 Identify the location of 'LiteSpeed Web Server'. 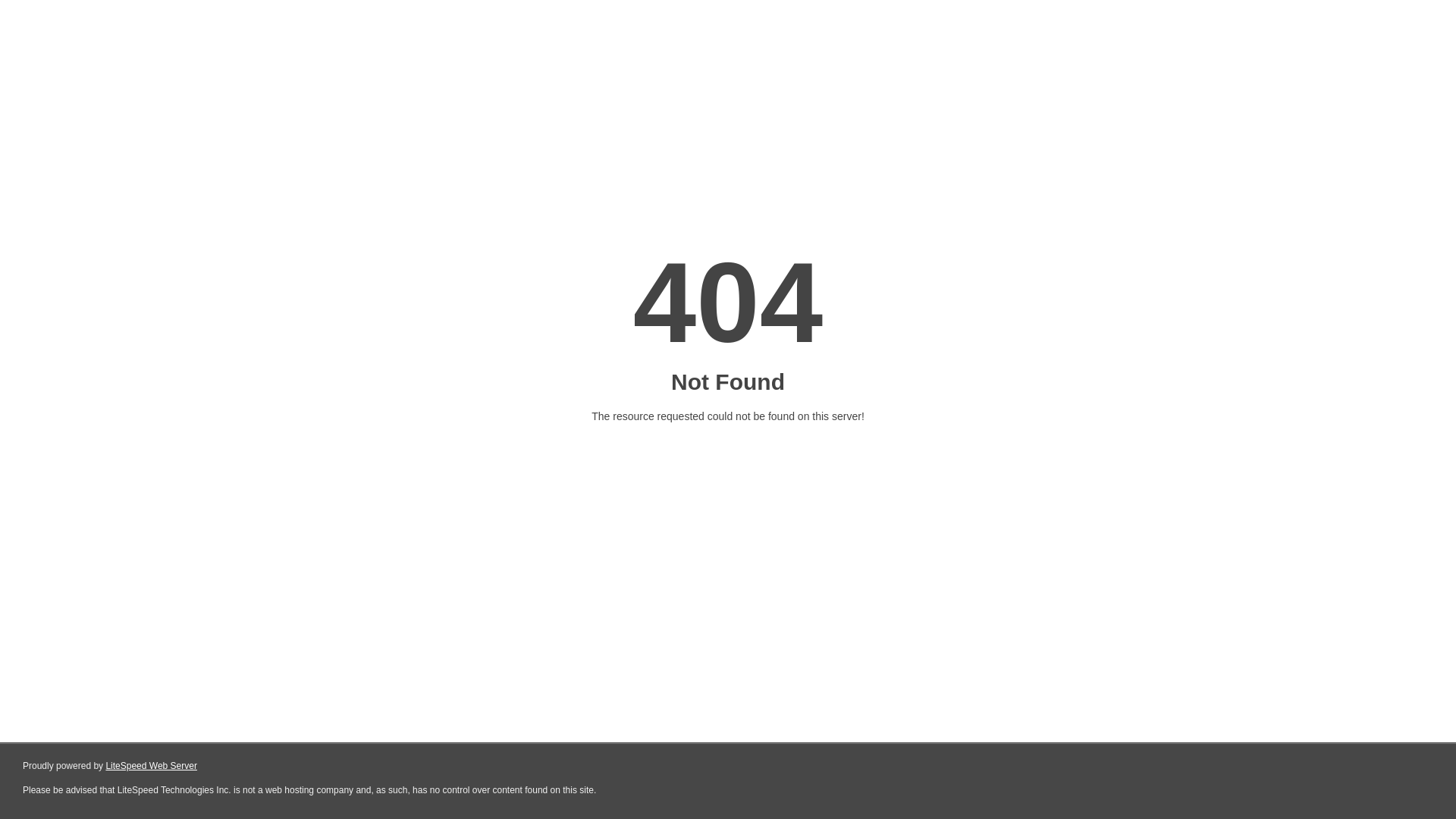
(151, 766).